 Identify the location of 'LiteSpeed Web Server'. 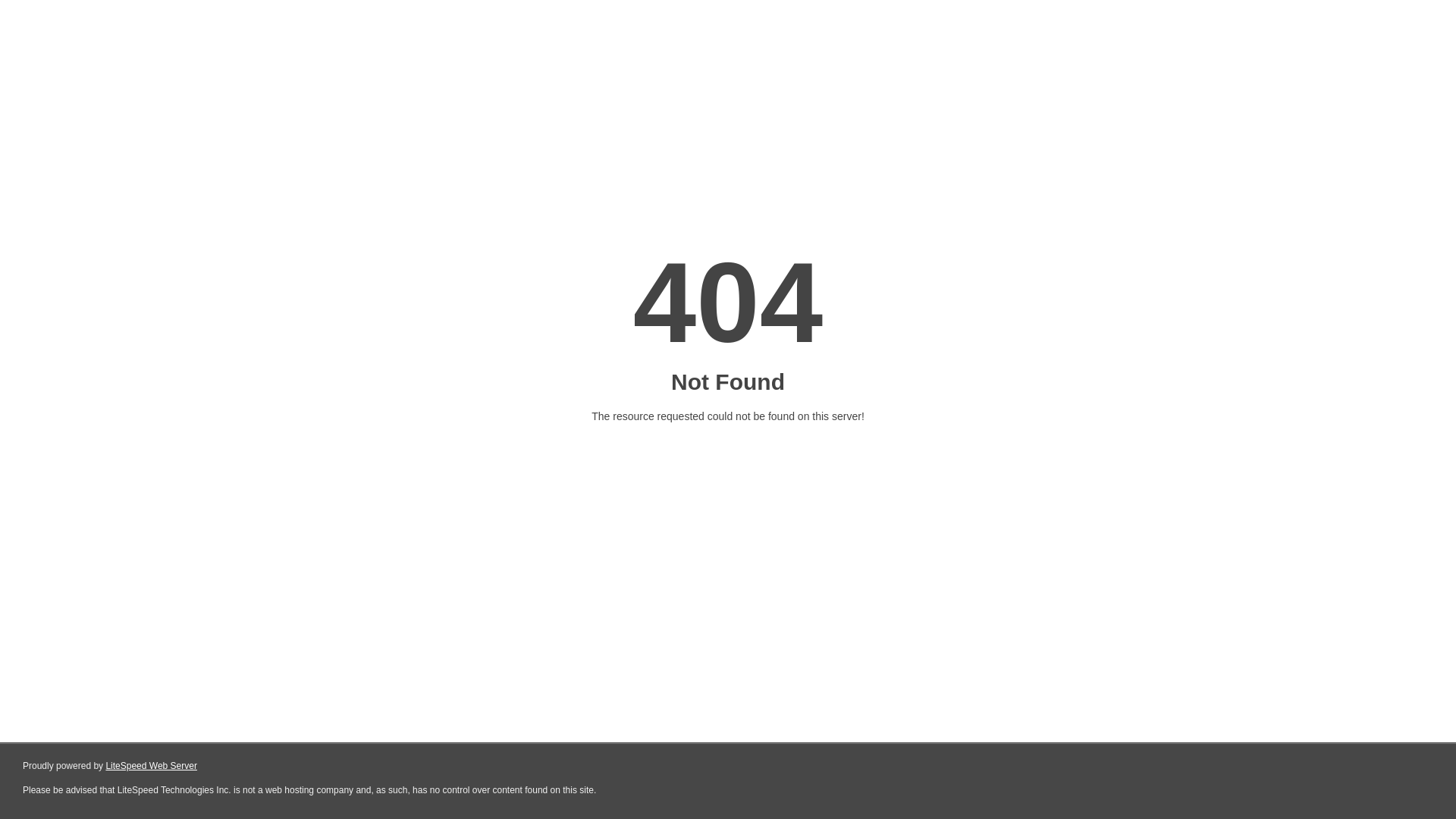
(151, 766).